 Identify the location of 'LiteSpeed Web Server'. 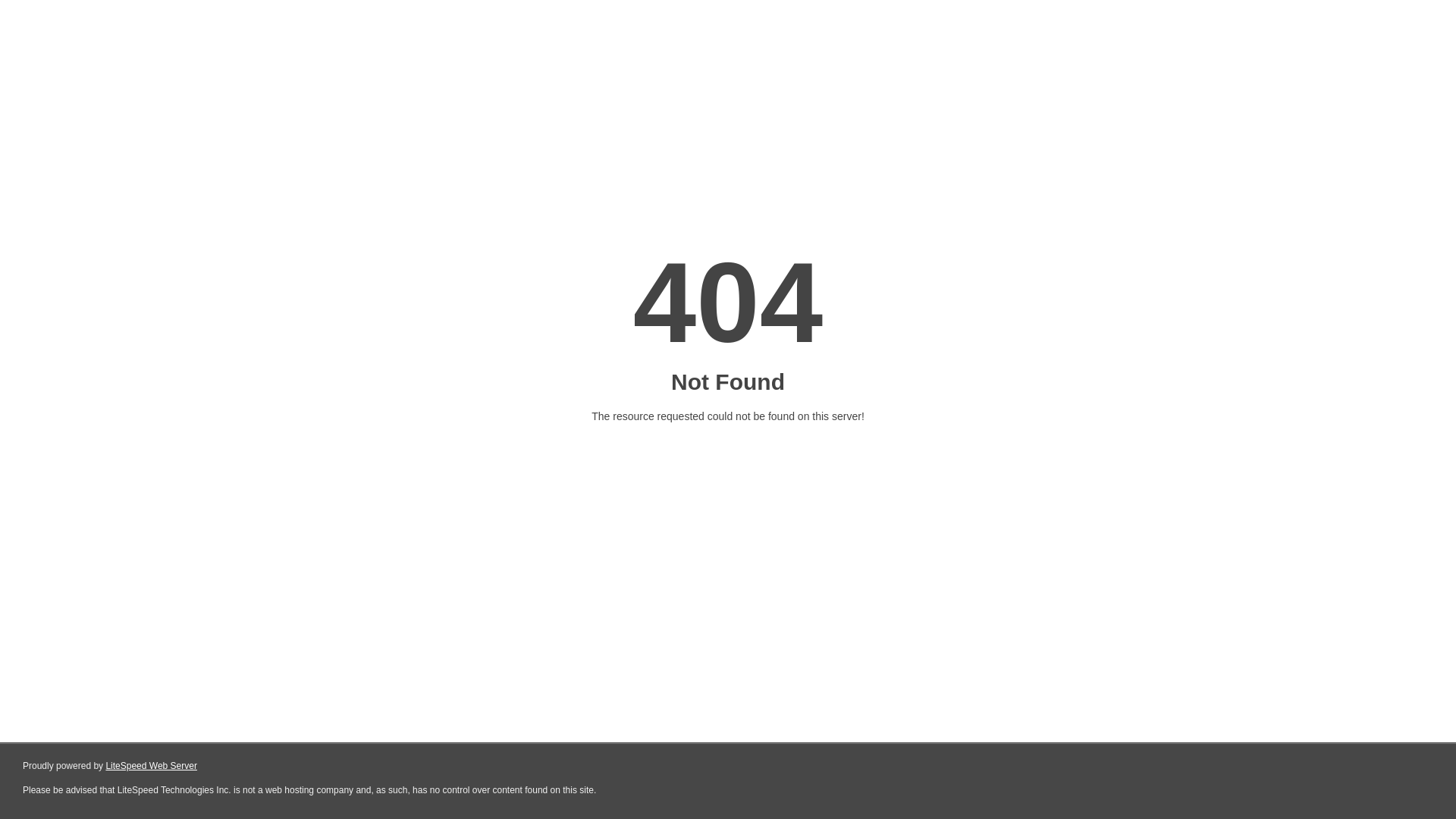
(151, 766).